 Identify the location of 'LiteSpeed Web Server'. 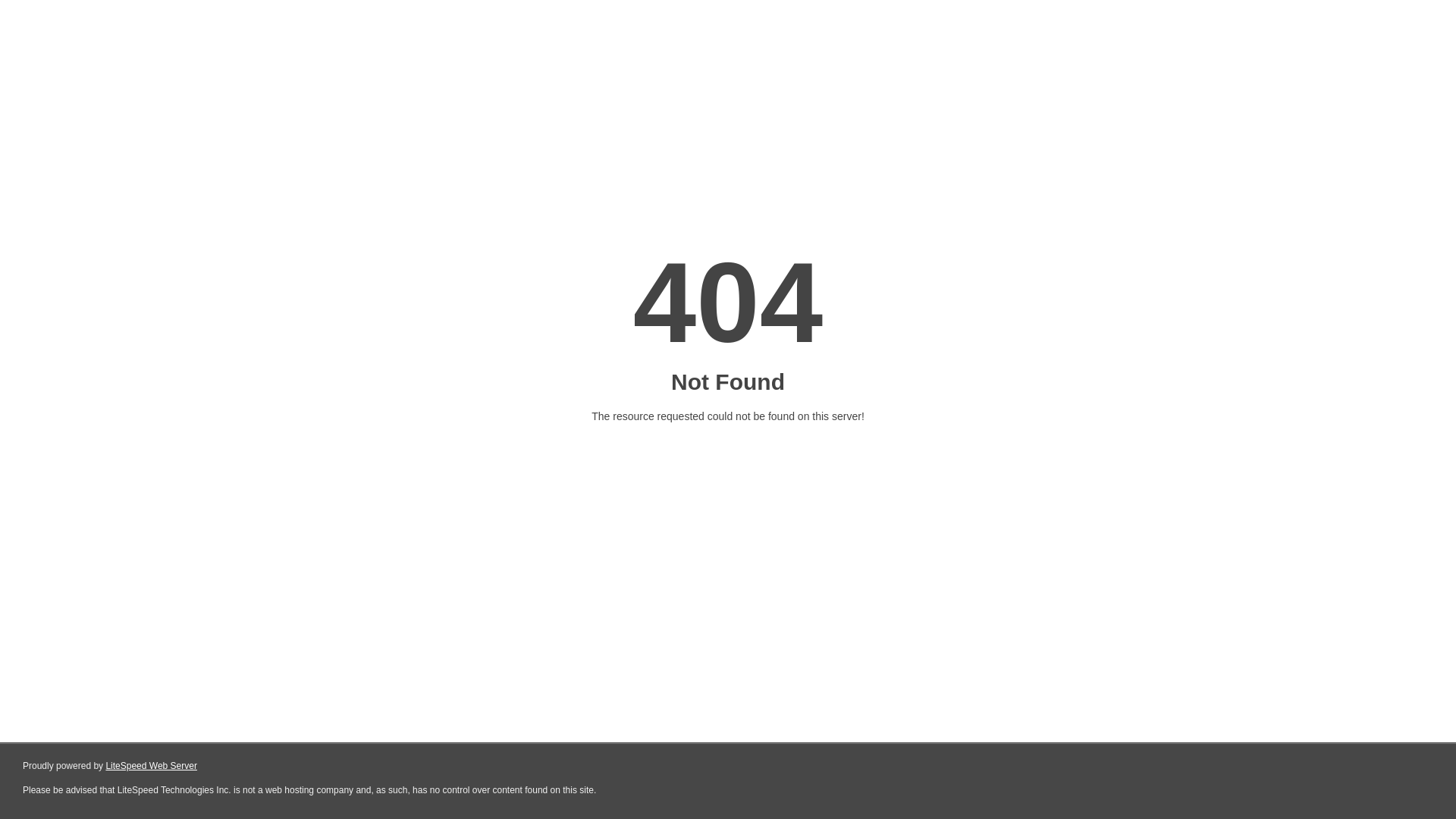
(151, 766).